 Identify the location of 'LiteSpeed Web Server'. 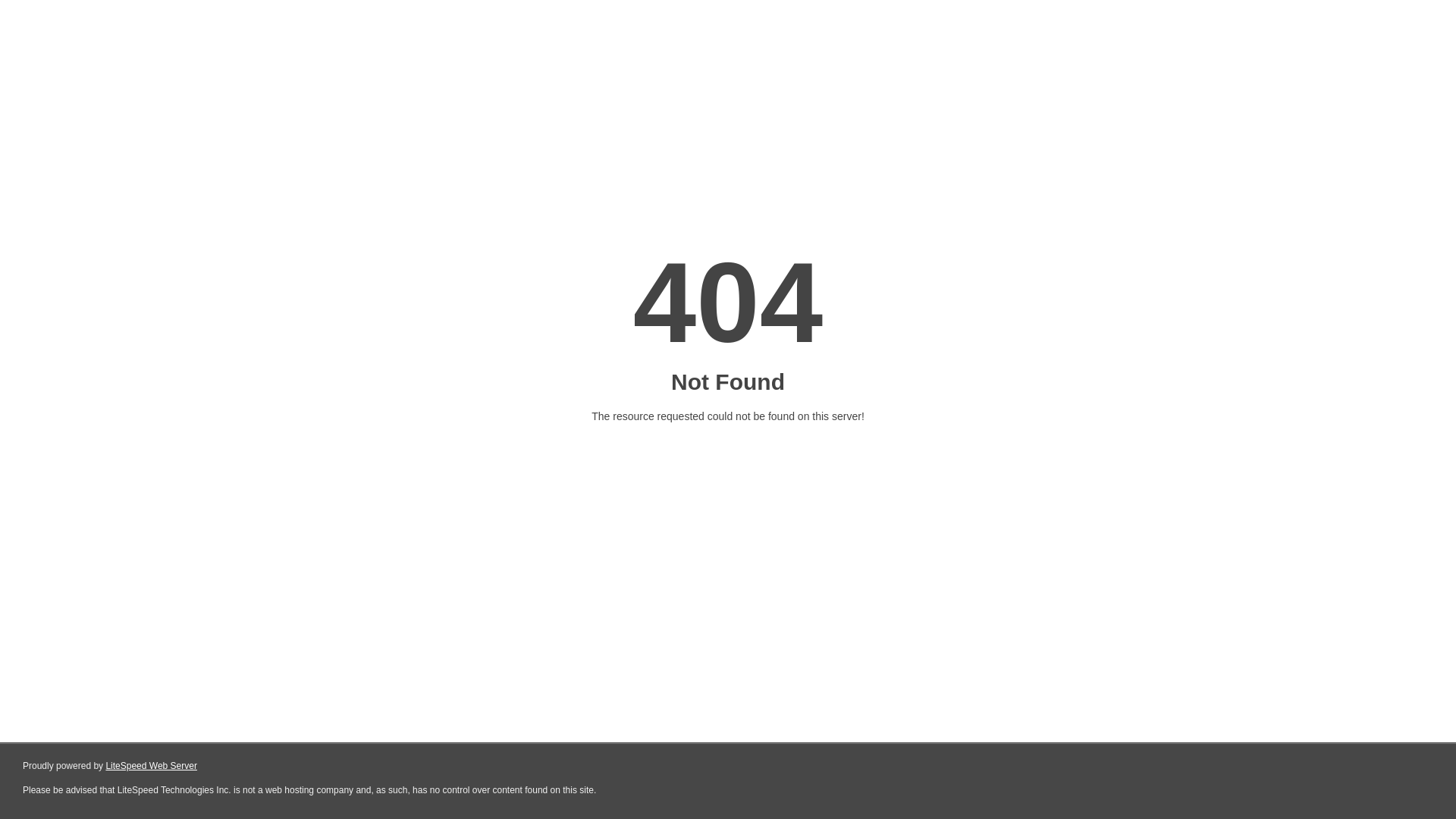
(151, 766).